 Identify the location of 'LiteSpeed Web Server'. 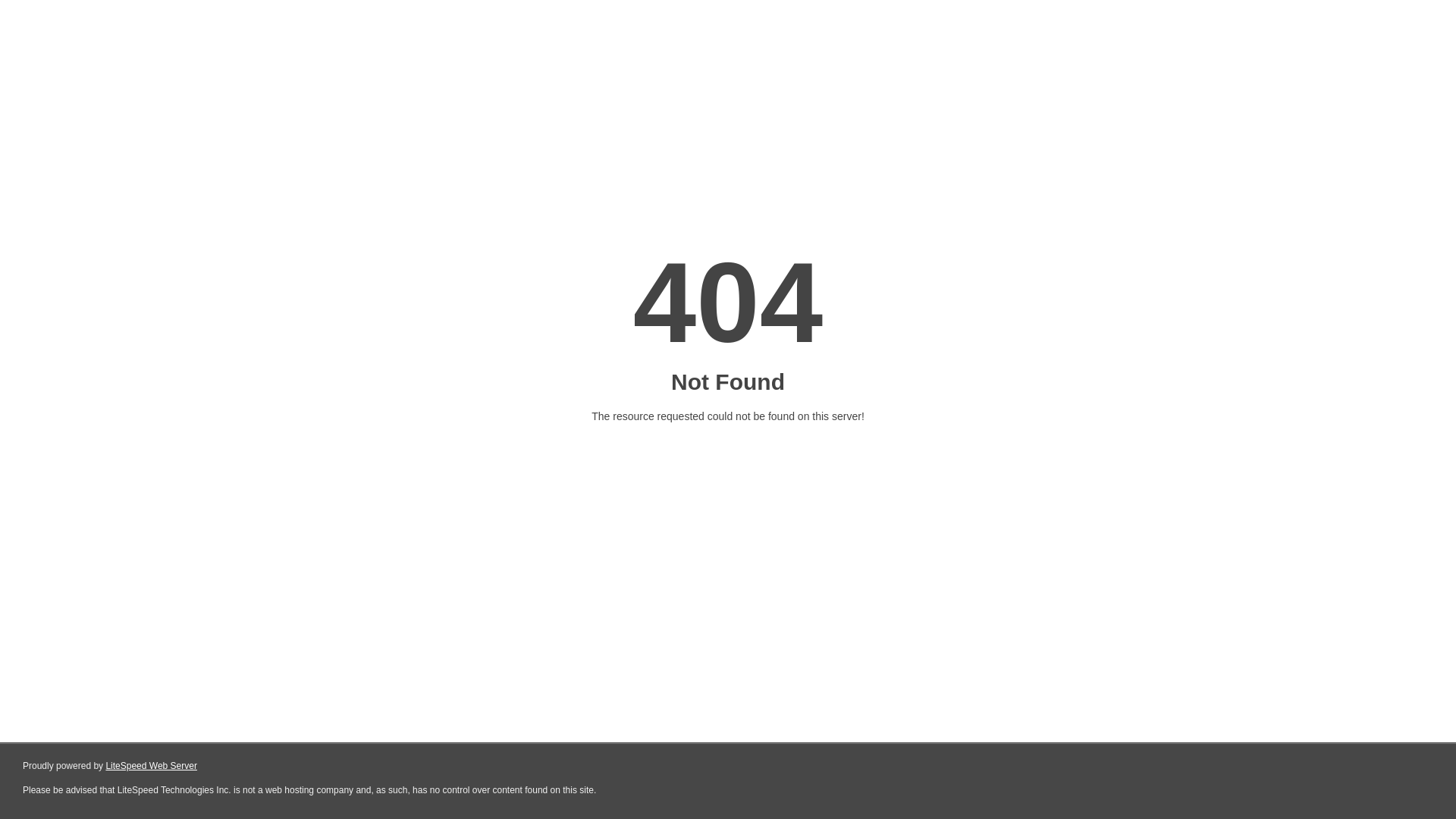
(151, 766).